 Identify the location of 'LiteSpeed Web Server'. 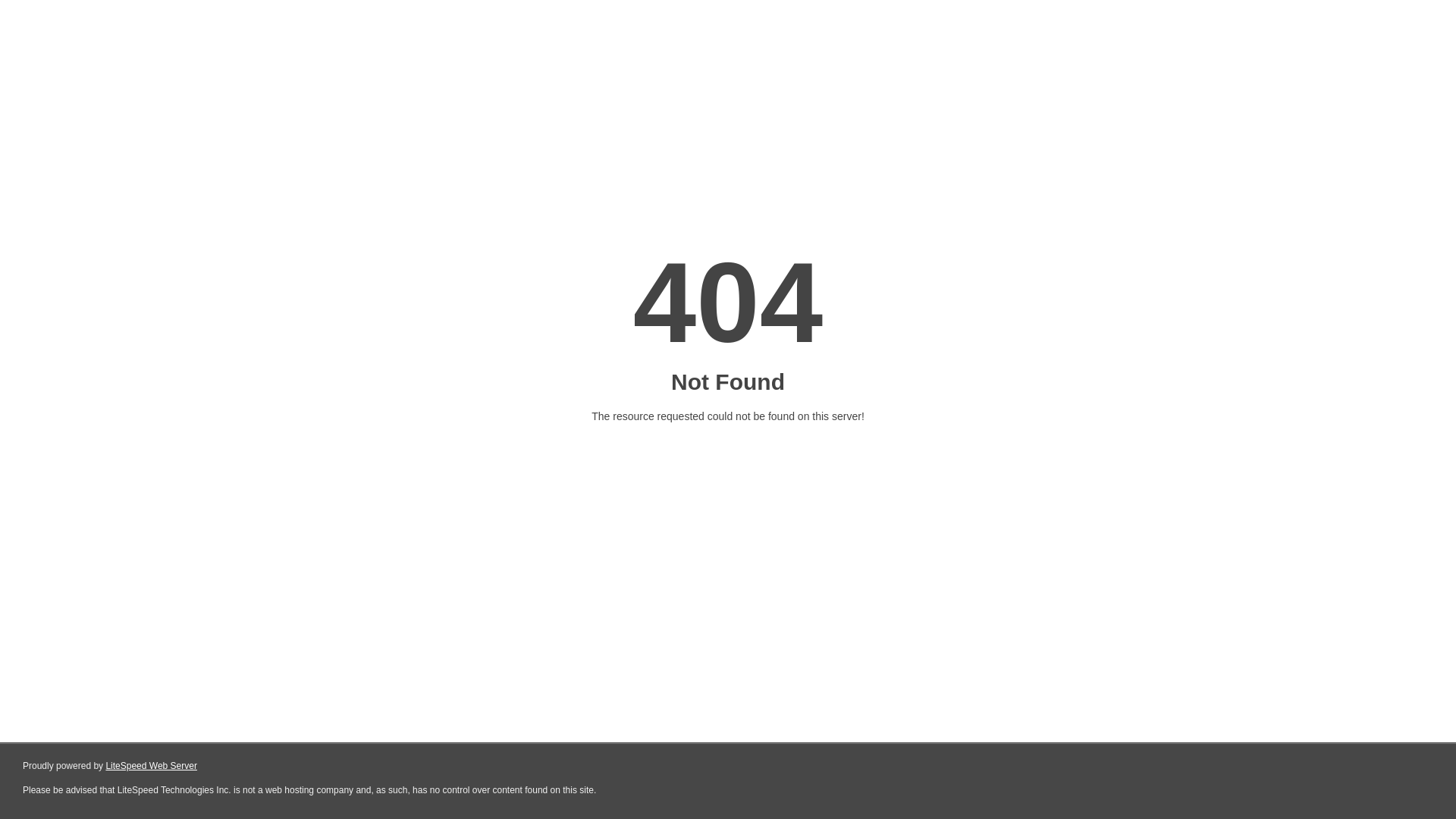
(151, 766).